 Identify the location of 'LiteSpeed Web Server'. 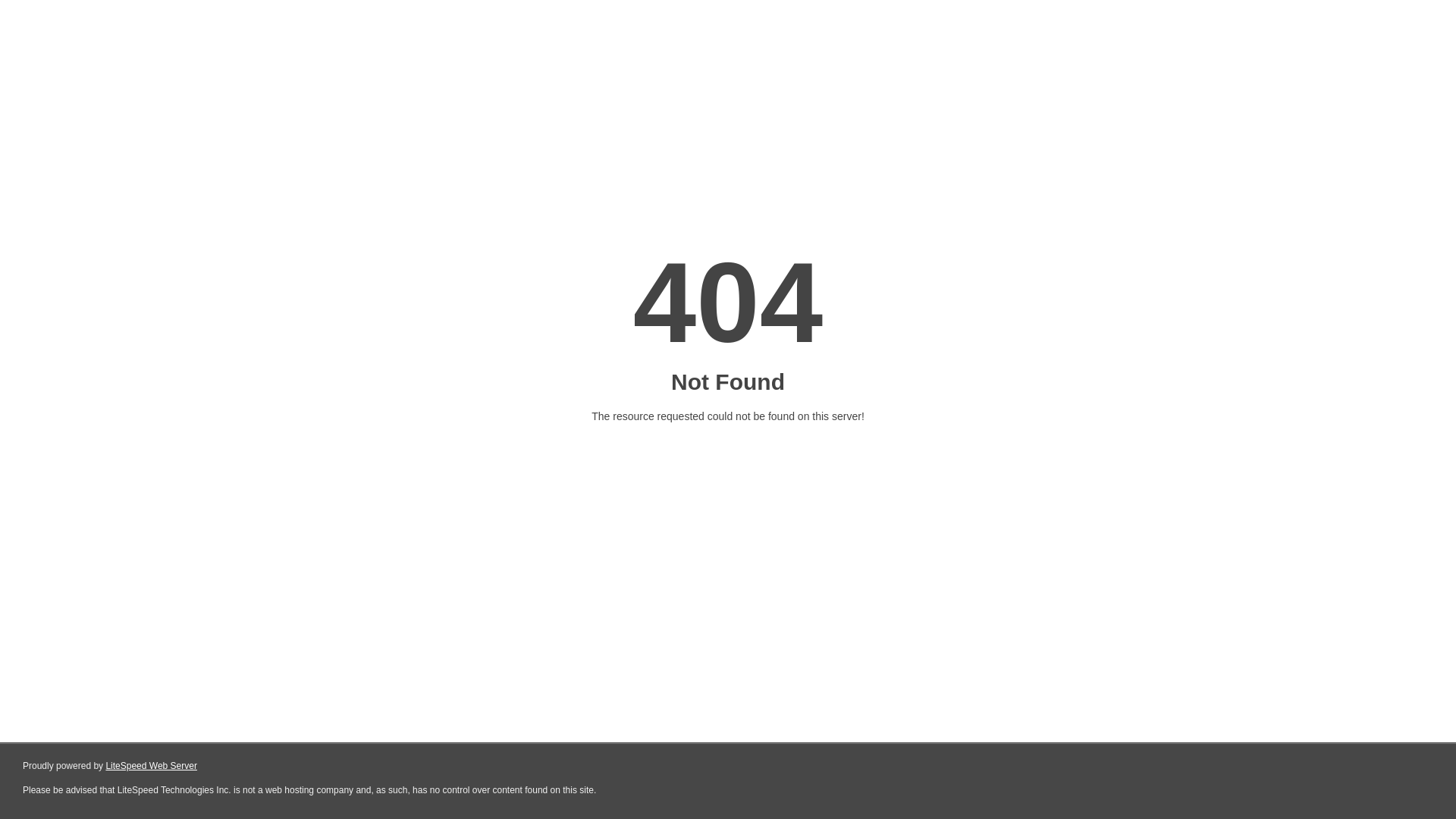
(151, 766).